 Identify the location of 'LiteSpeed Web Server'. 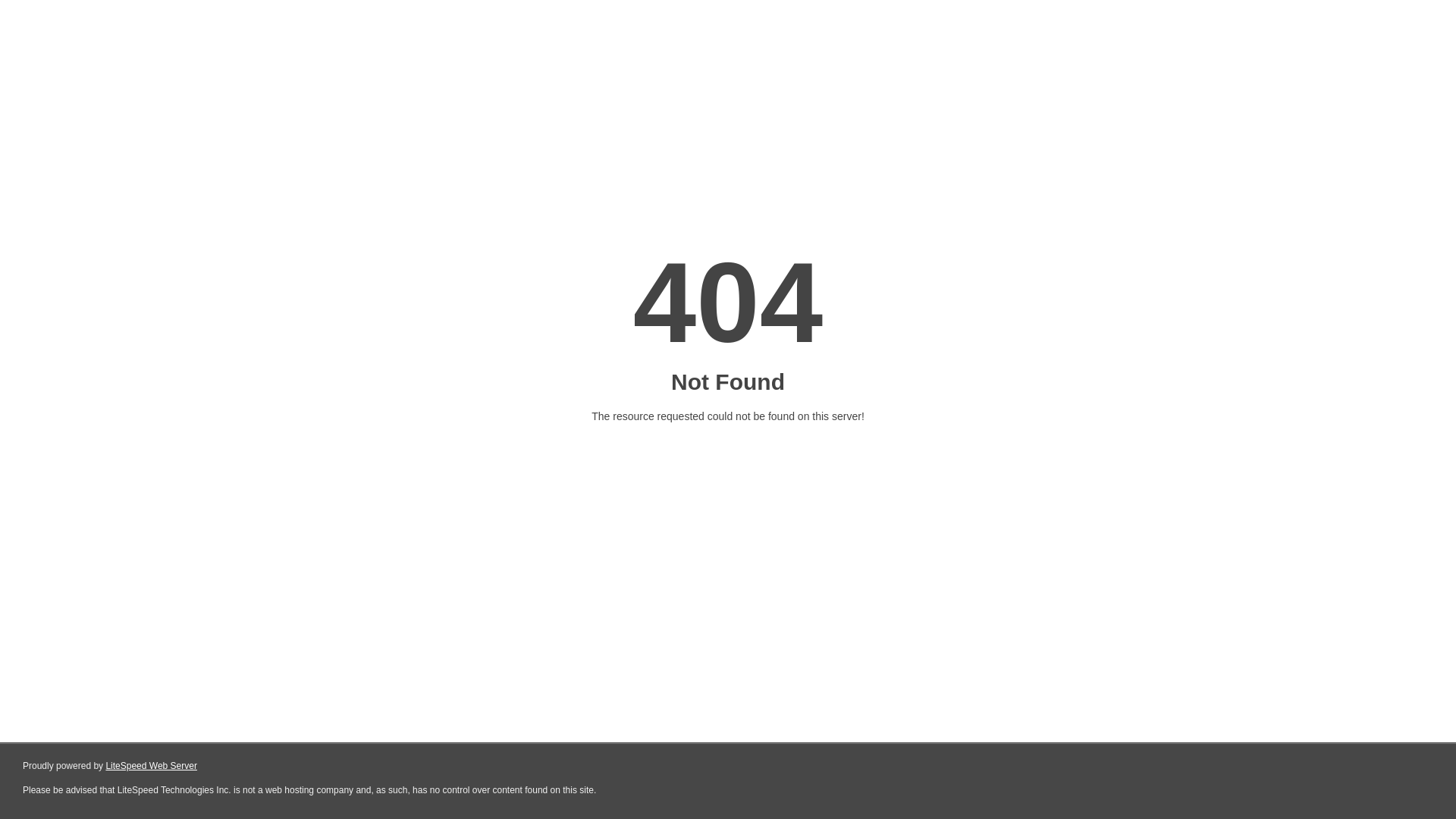
(151, 766).